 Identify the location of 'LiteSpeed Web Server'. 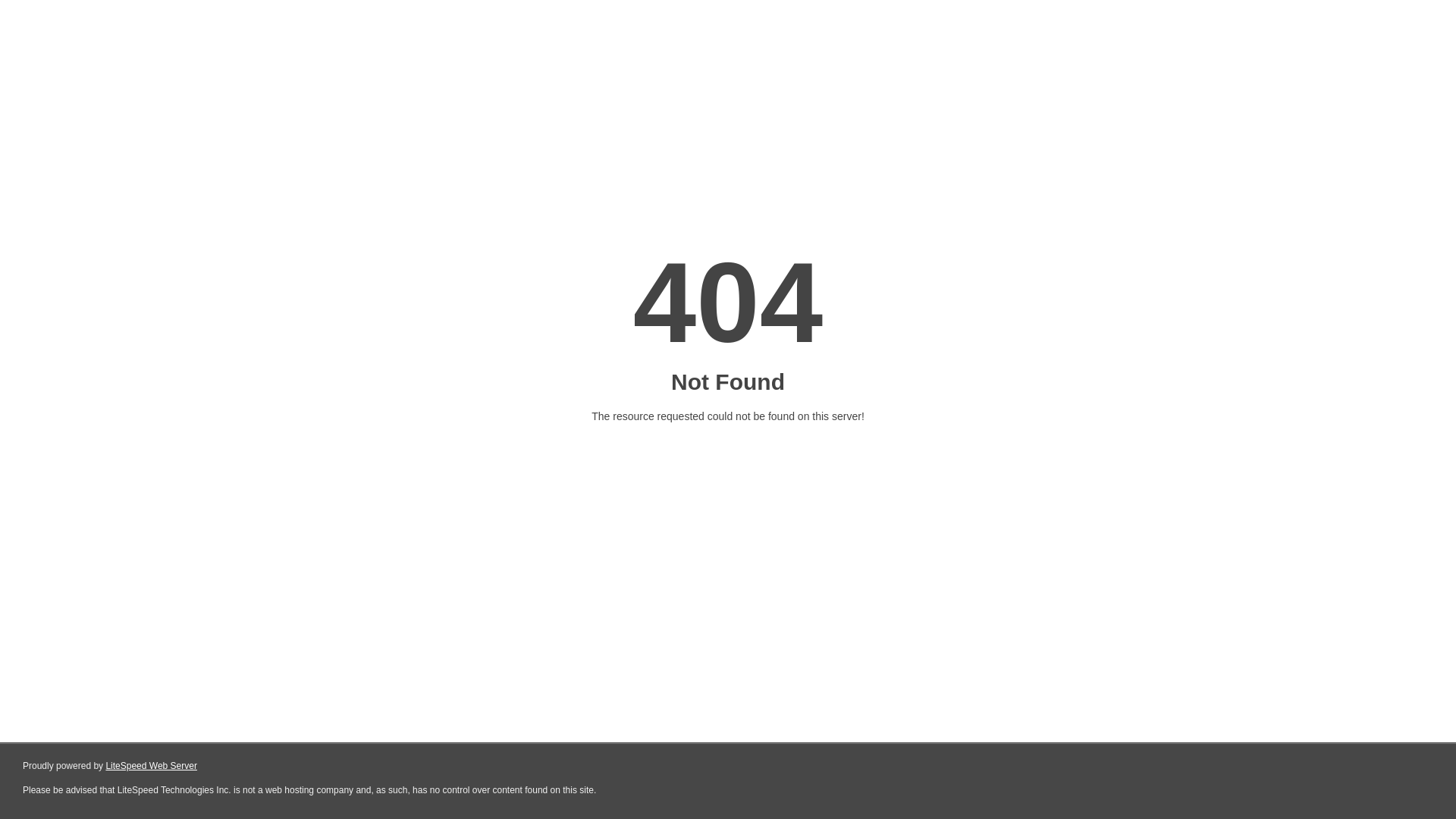
(151, 766).